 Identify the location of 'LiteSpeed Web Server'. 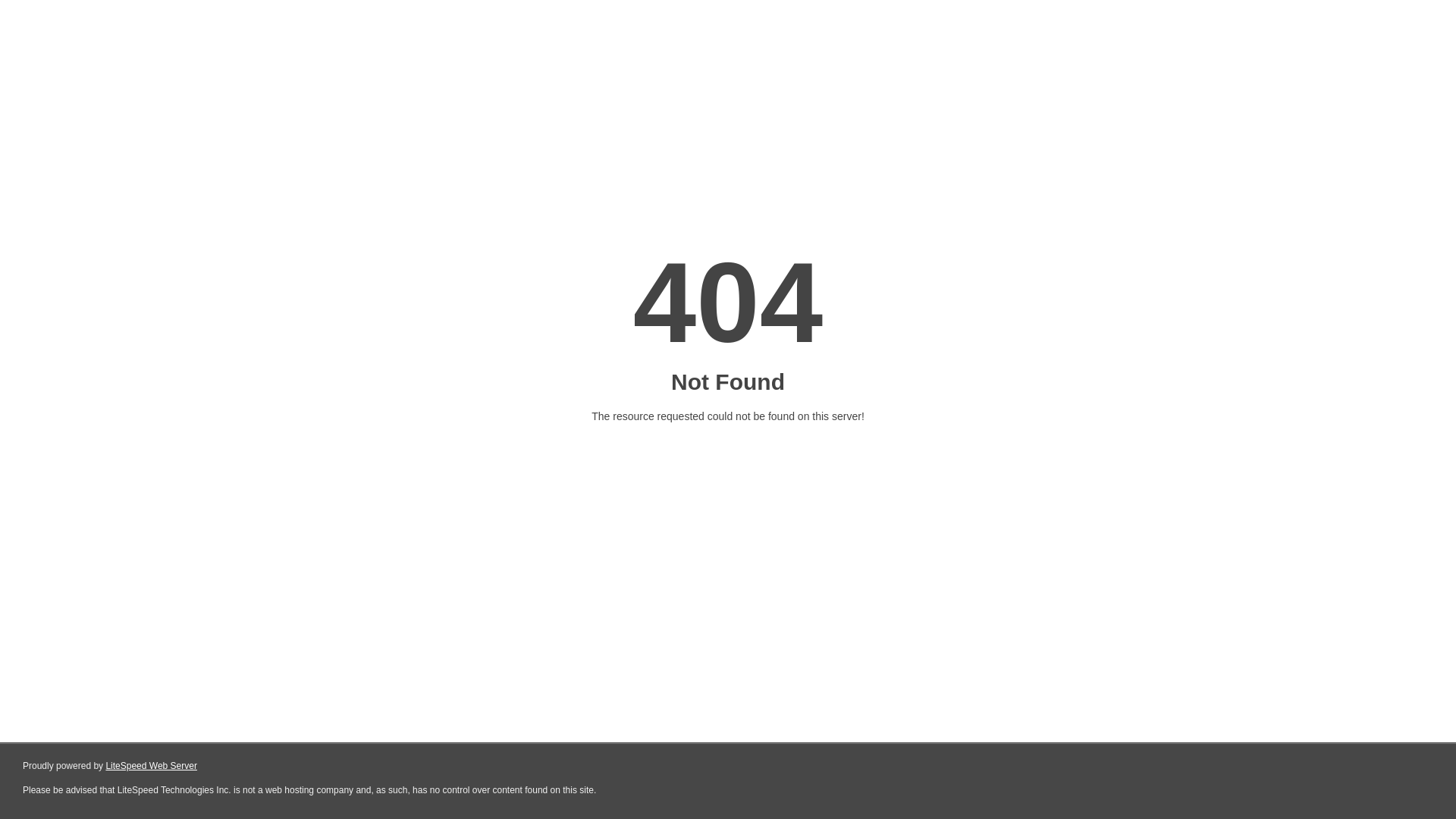
(151, 766).